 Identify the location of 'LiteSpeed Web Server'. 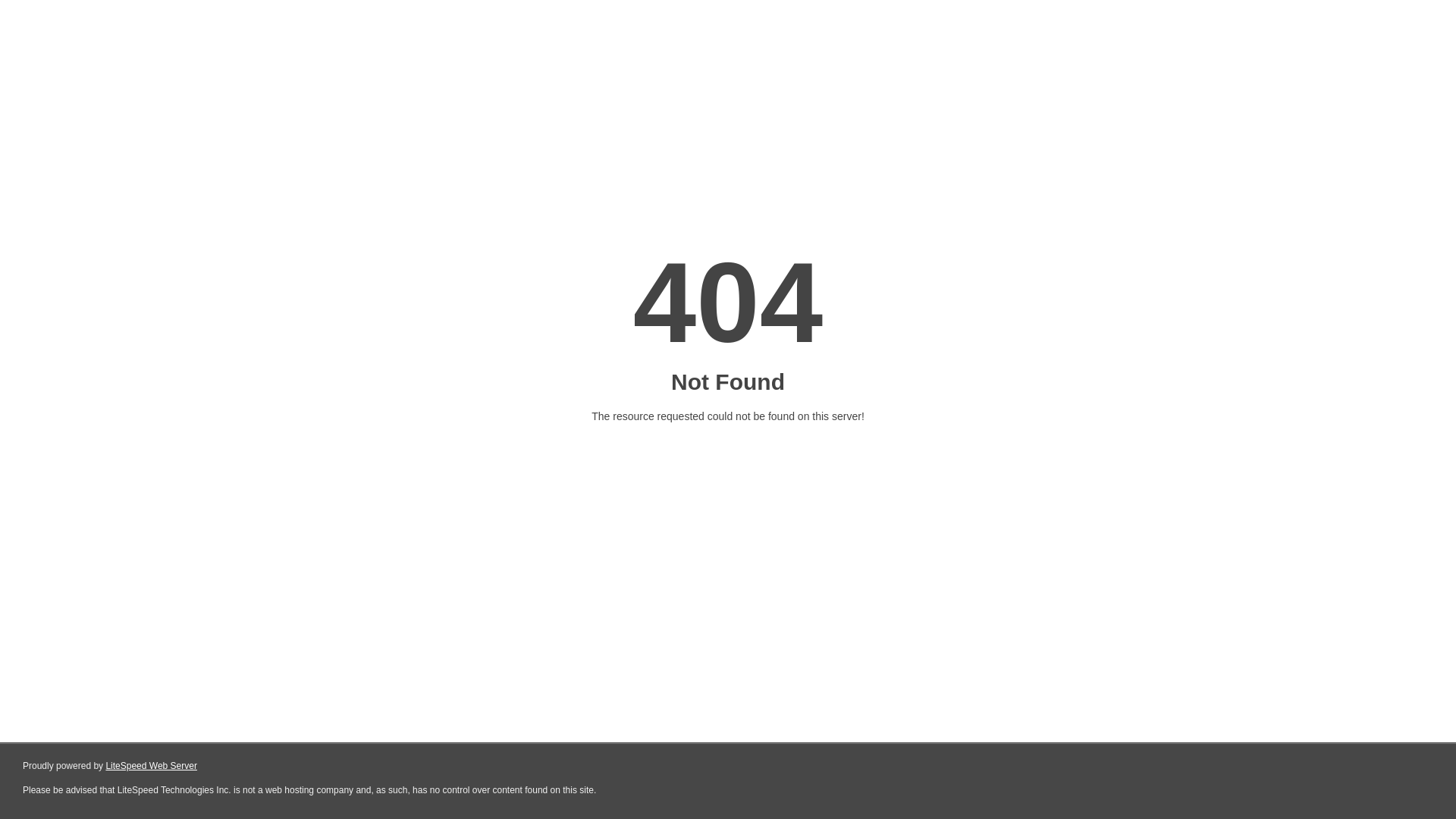
(151, 766).